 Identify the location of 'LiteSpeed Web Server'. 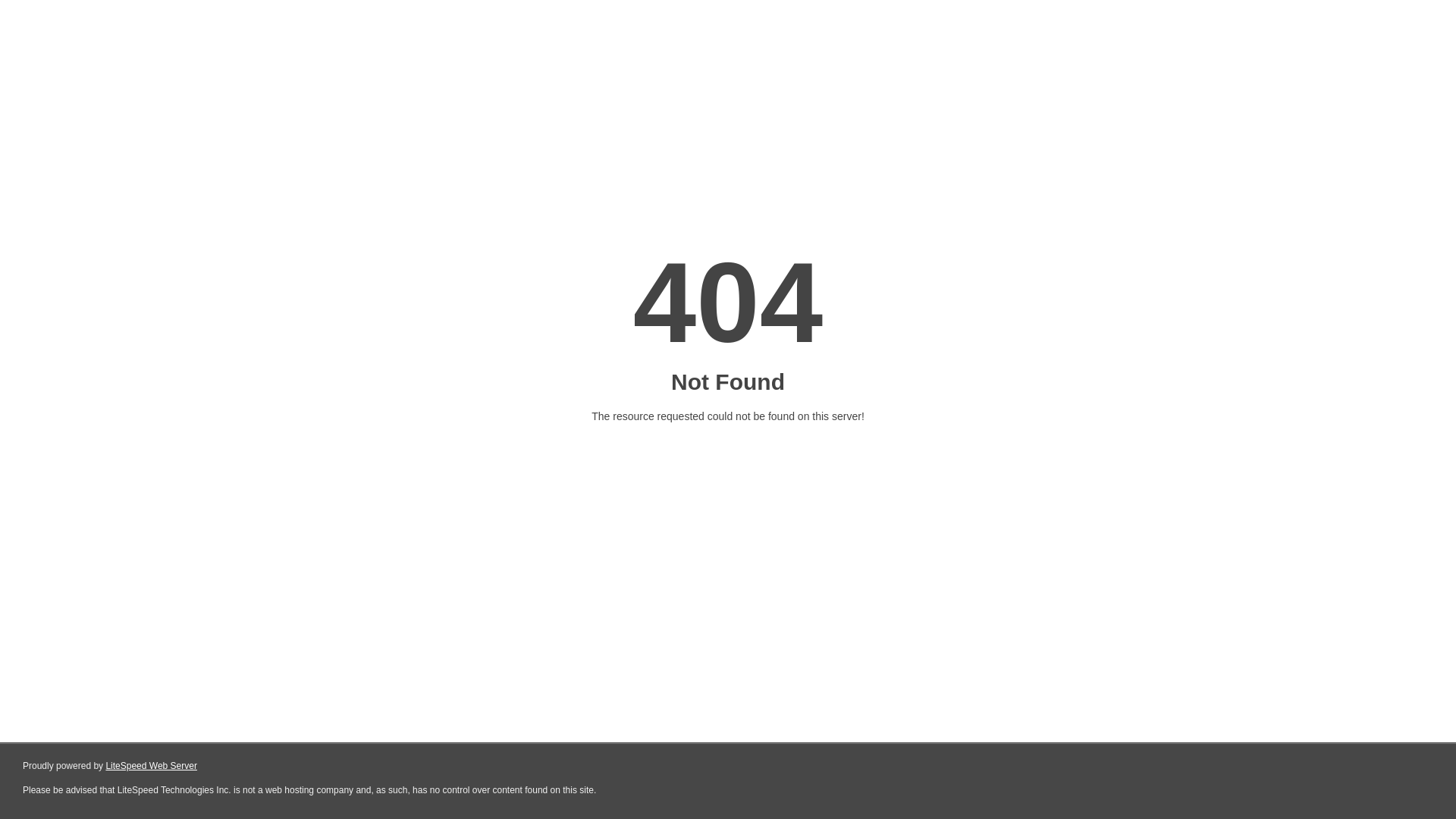
(151, 766).